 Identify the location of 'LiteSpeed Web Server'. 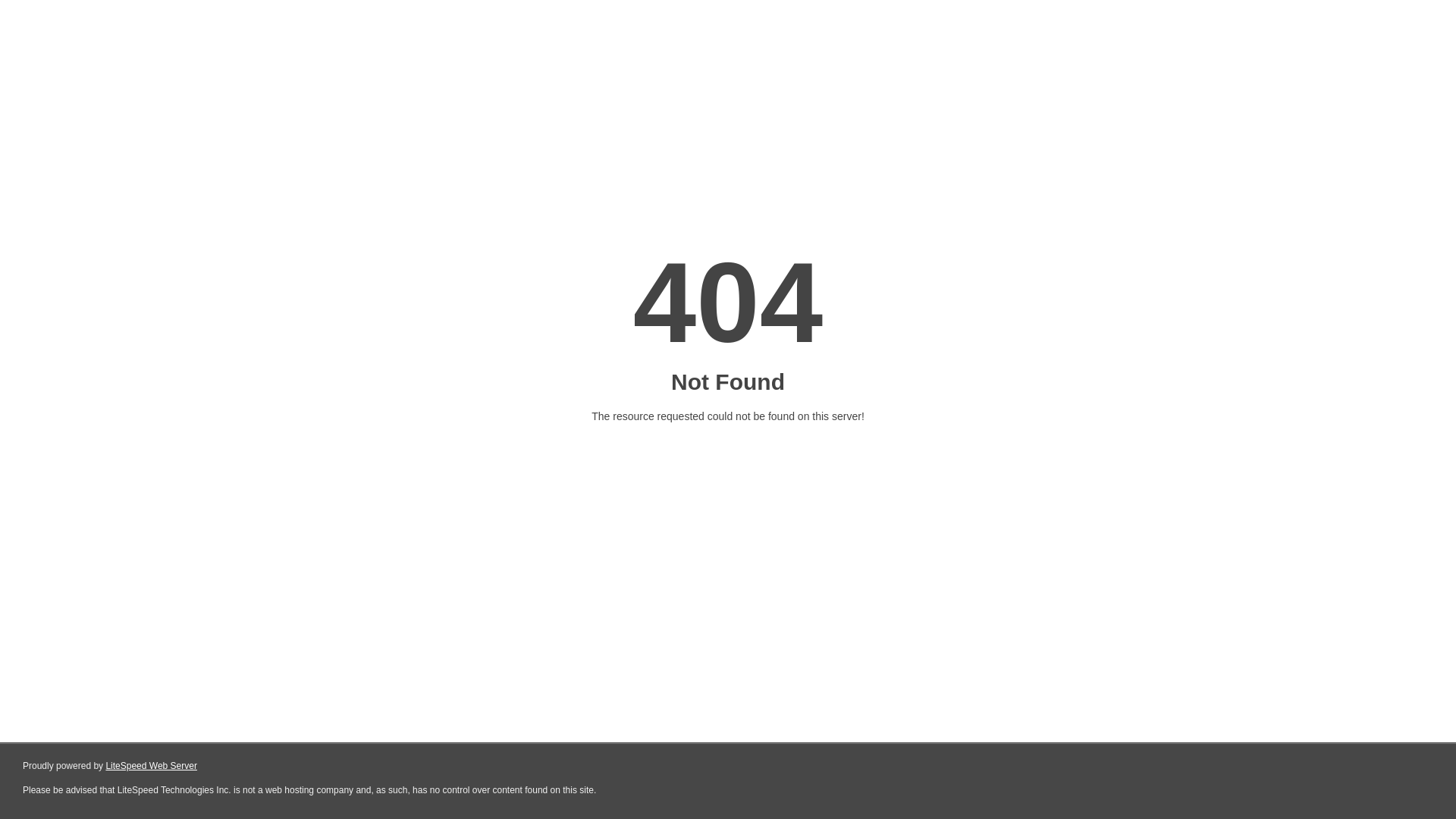
(151, 766).